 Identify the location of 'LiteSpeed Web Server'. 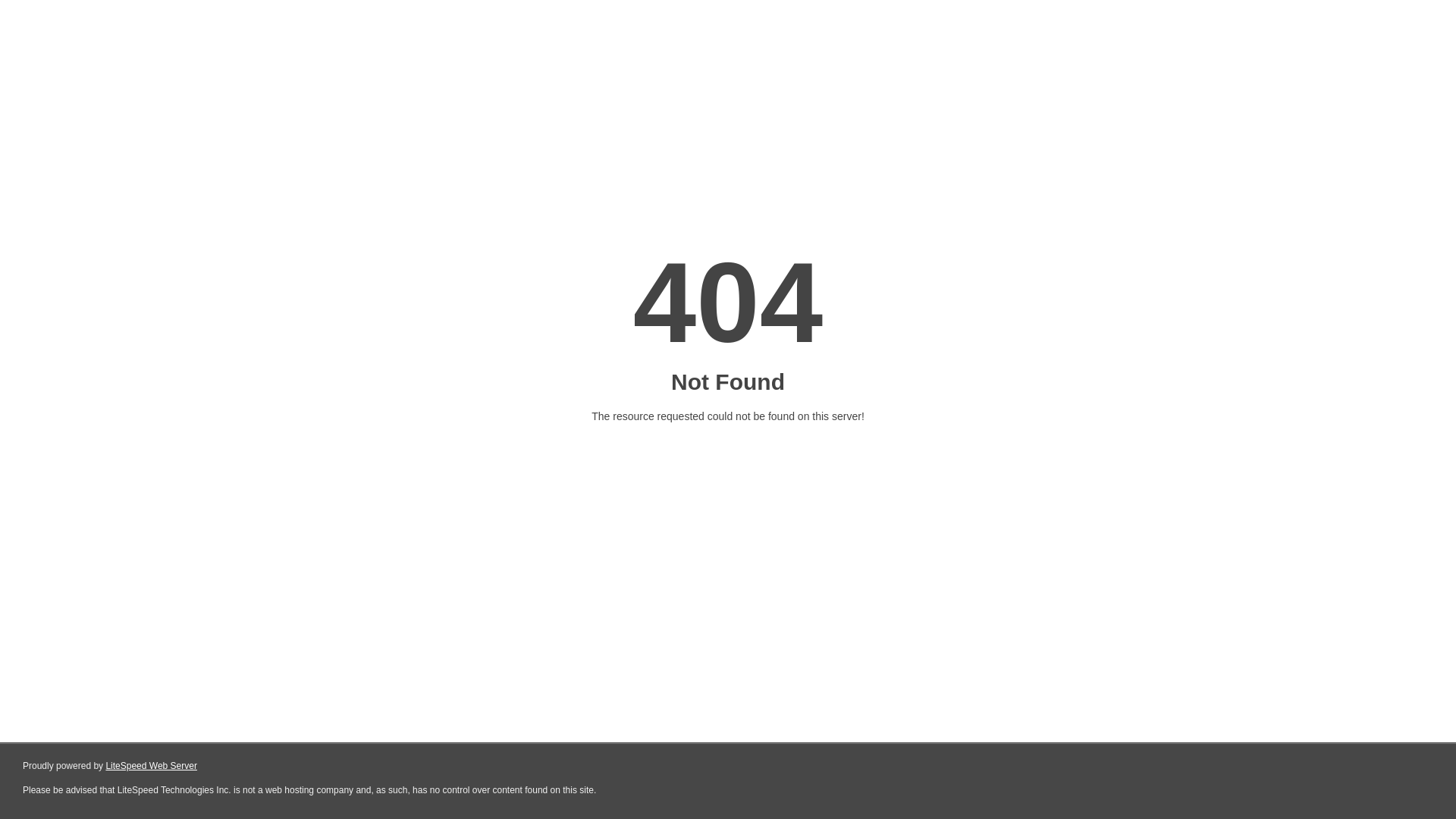
(151, 766).